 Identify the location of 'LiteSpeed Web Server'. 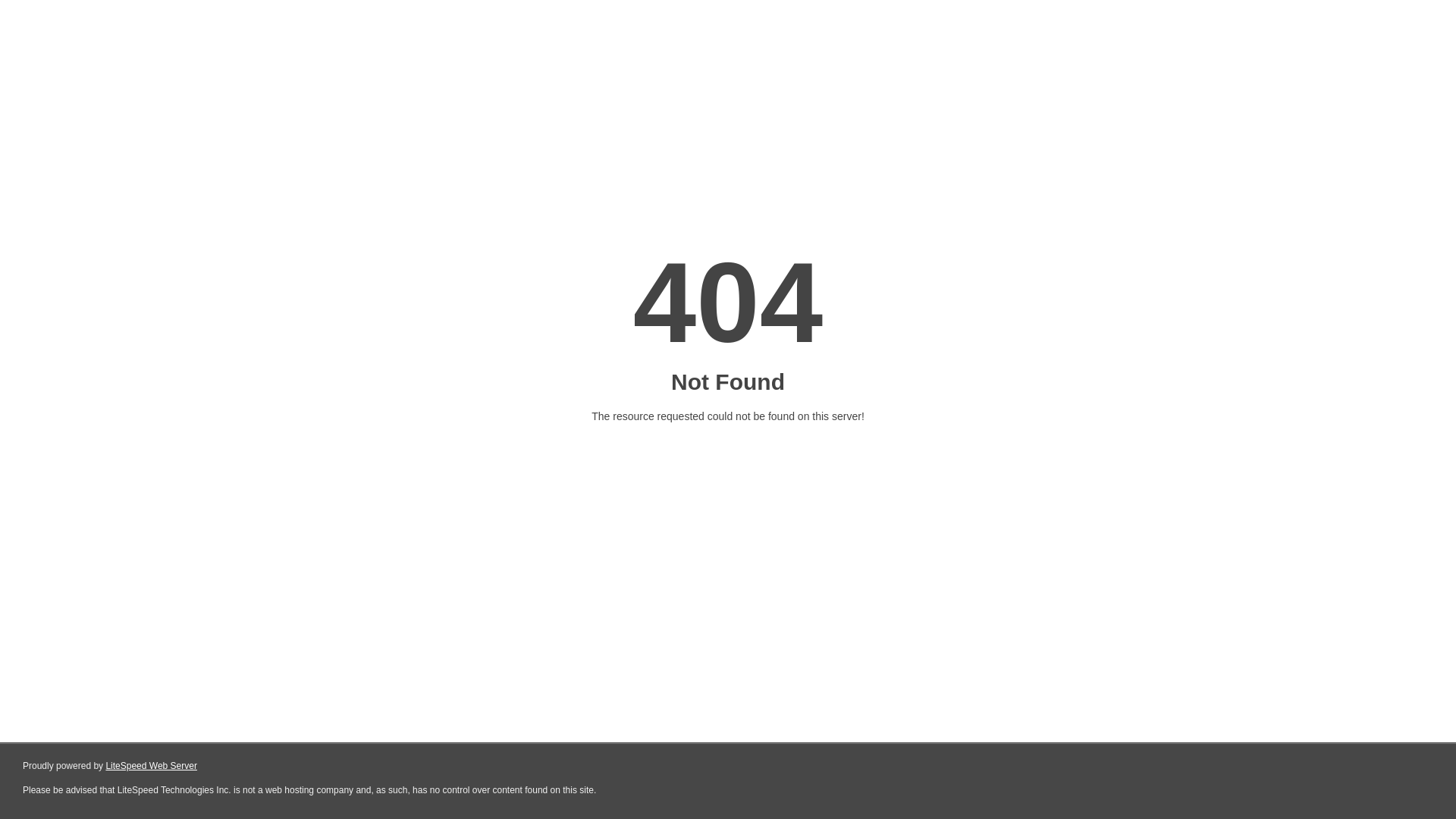
(151, 766).